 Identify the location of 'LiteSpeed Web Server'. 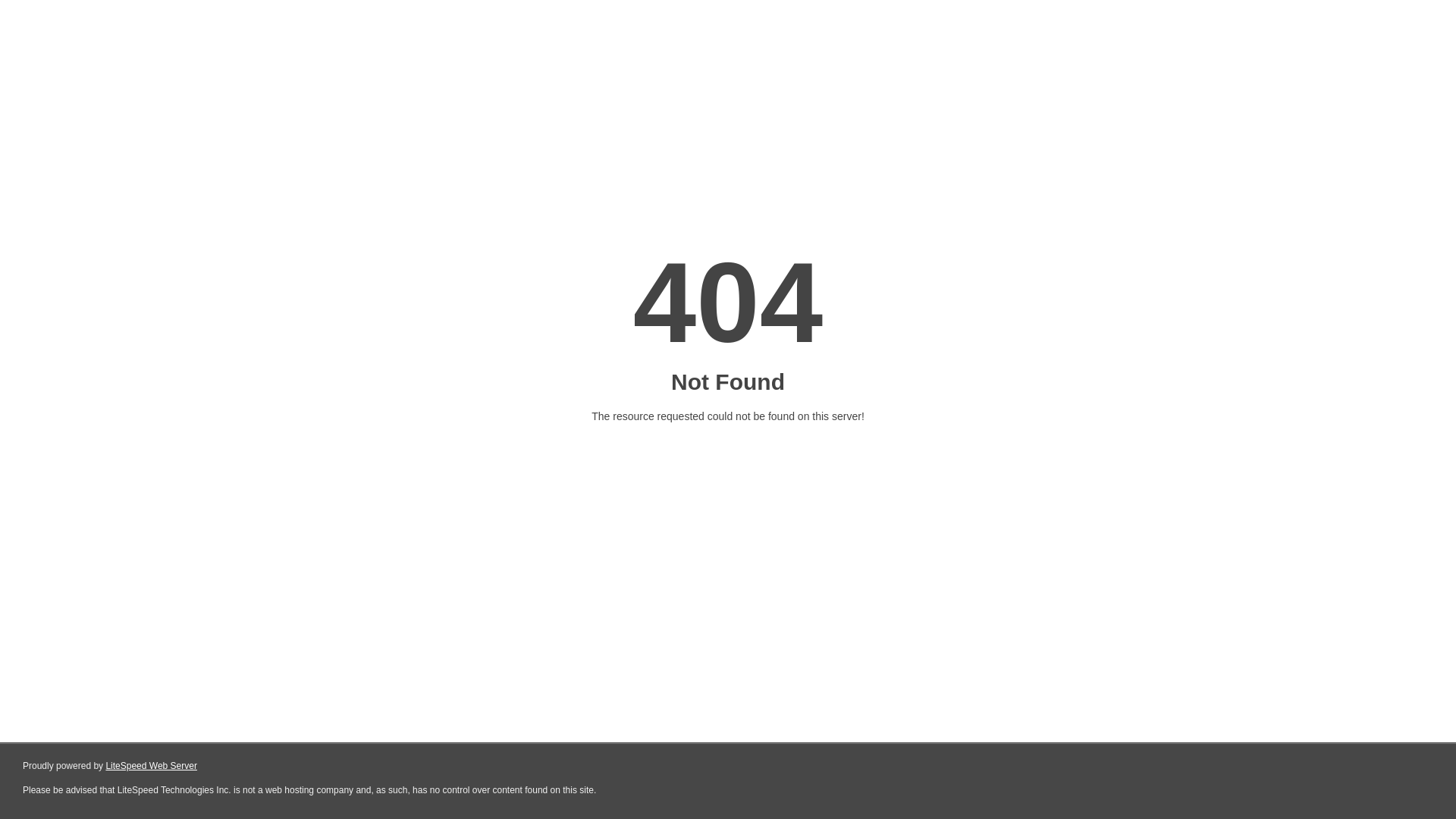
(151, 766).